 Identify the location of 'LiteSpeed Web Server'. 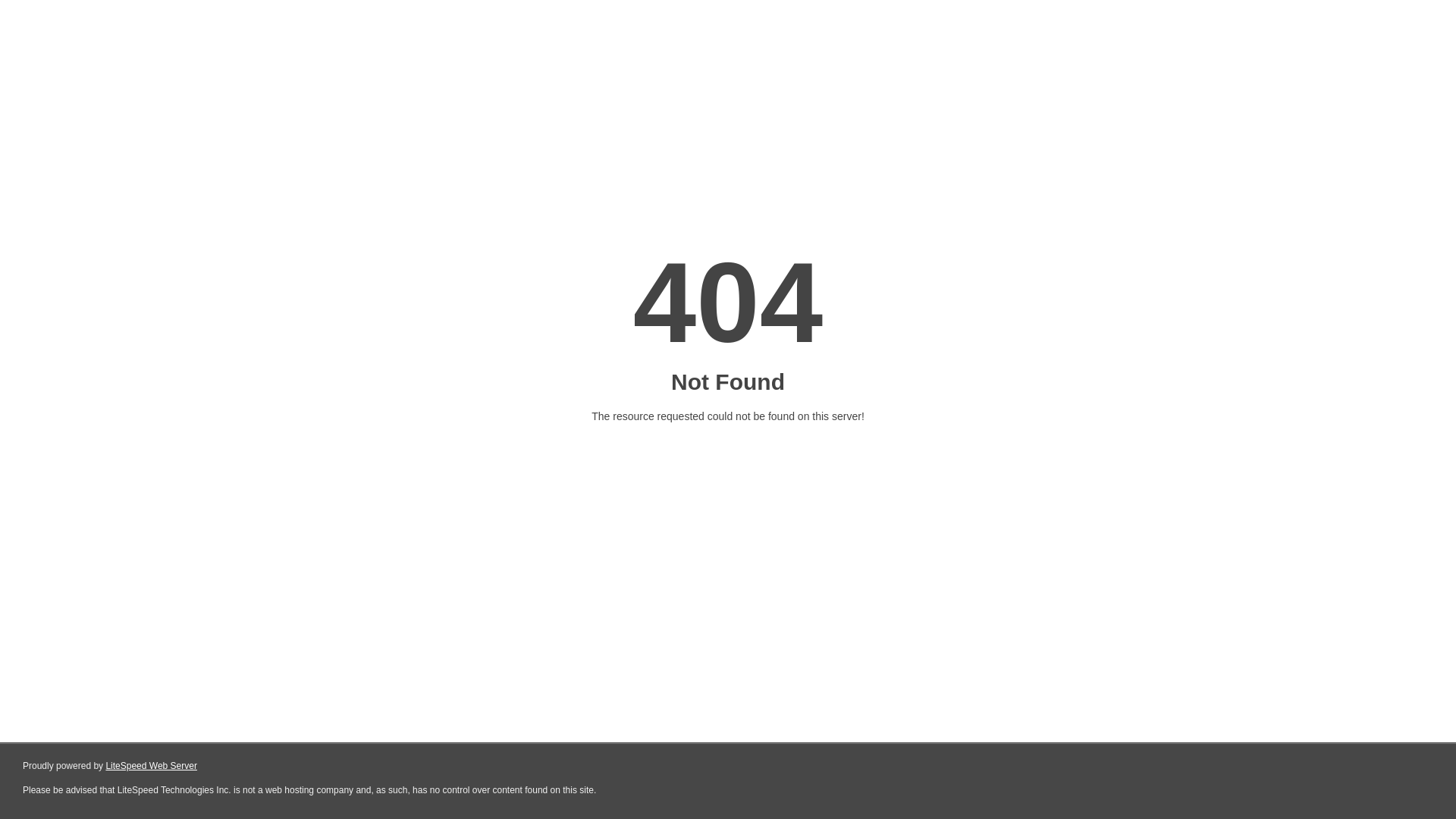
(151, 766).